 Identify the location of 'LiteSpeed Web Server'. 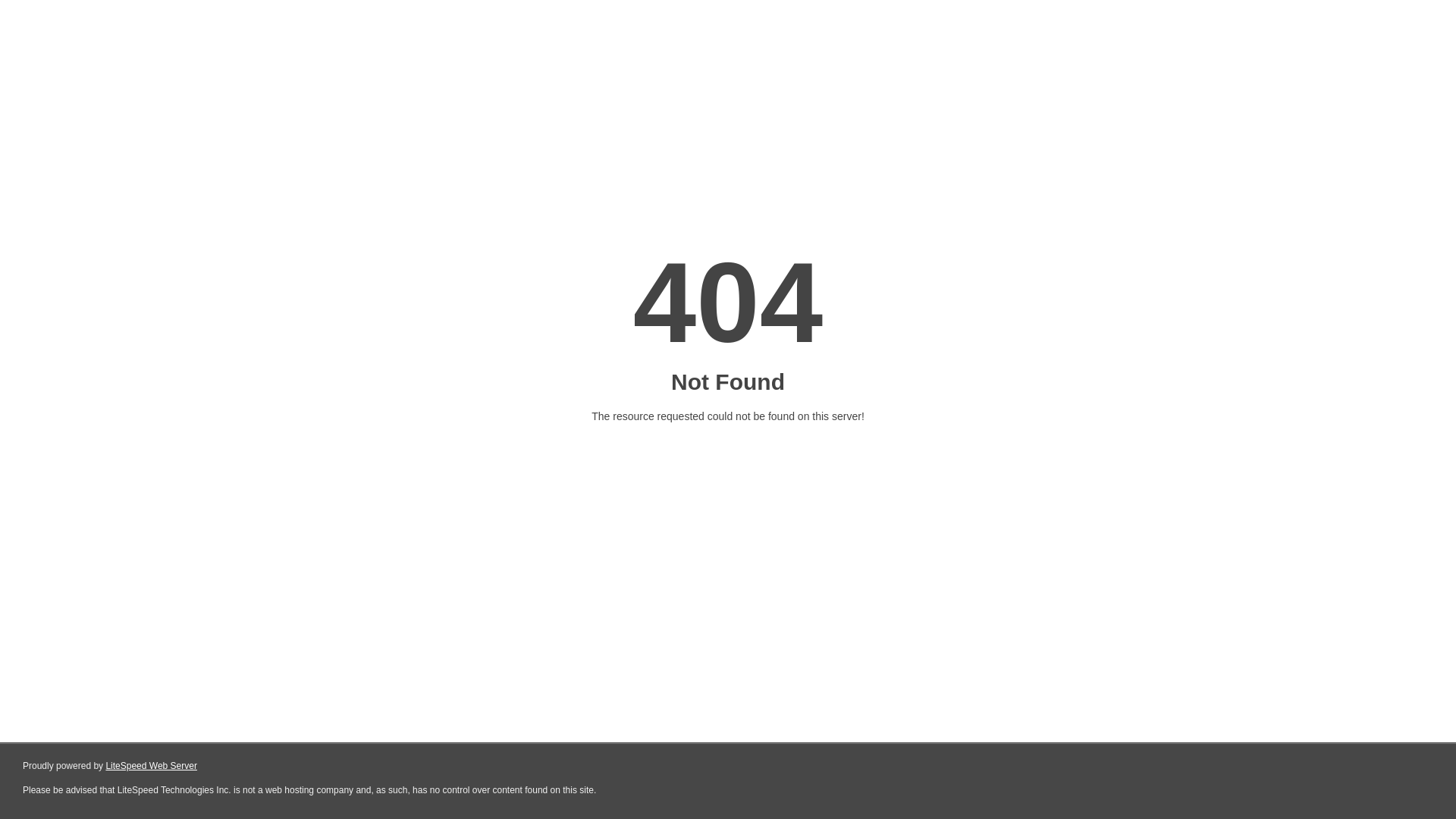
(151, 766).